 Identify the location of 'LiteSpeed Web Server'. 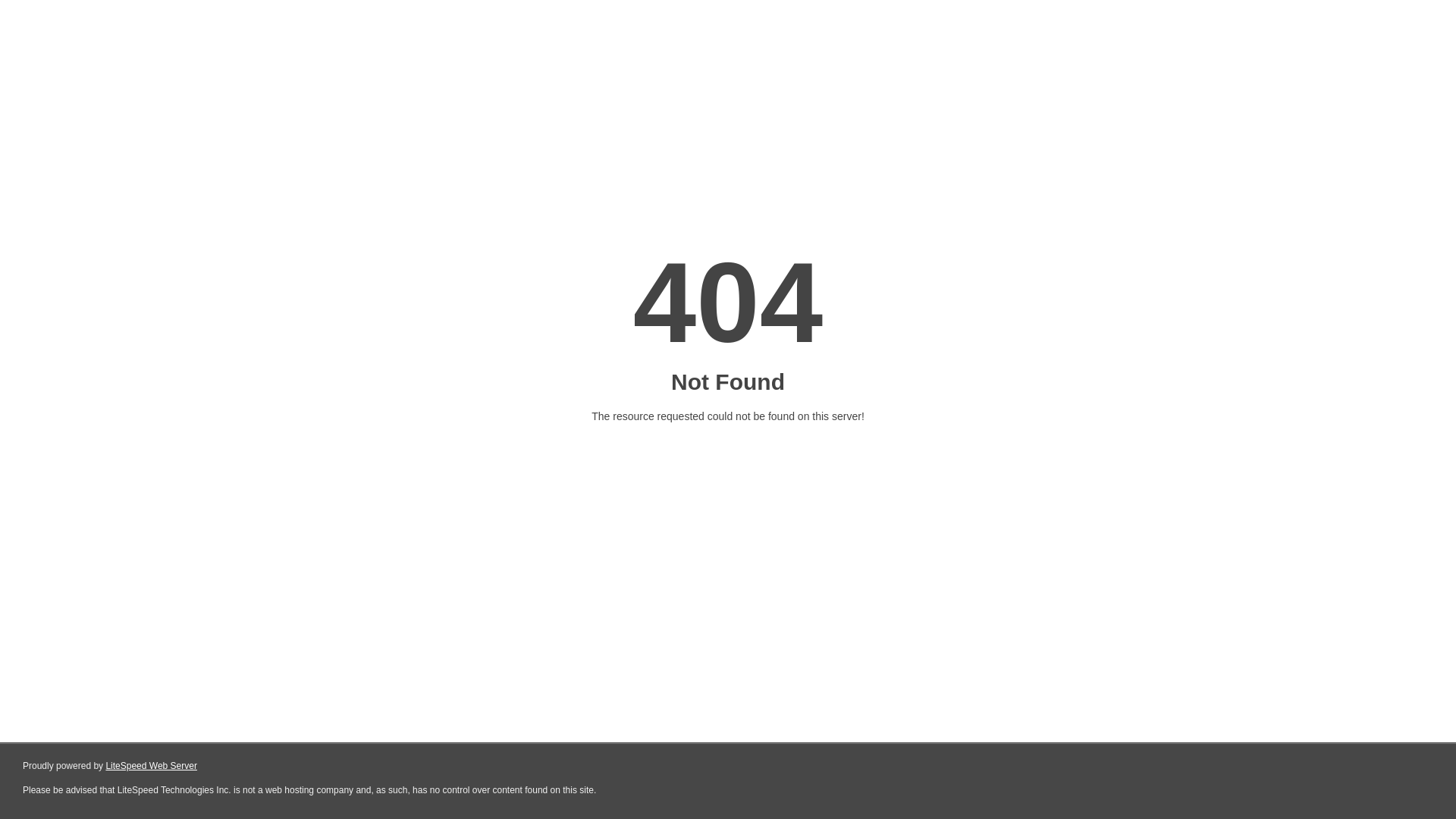
(151, 766).